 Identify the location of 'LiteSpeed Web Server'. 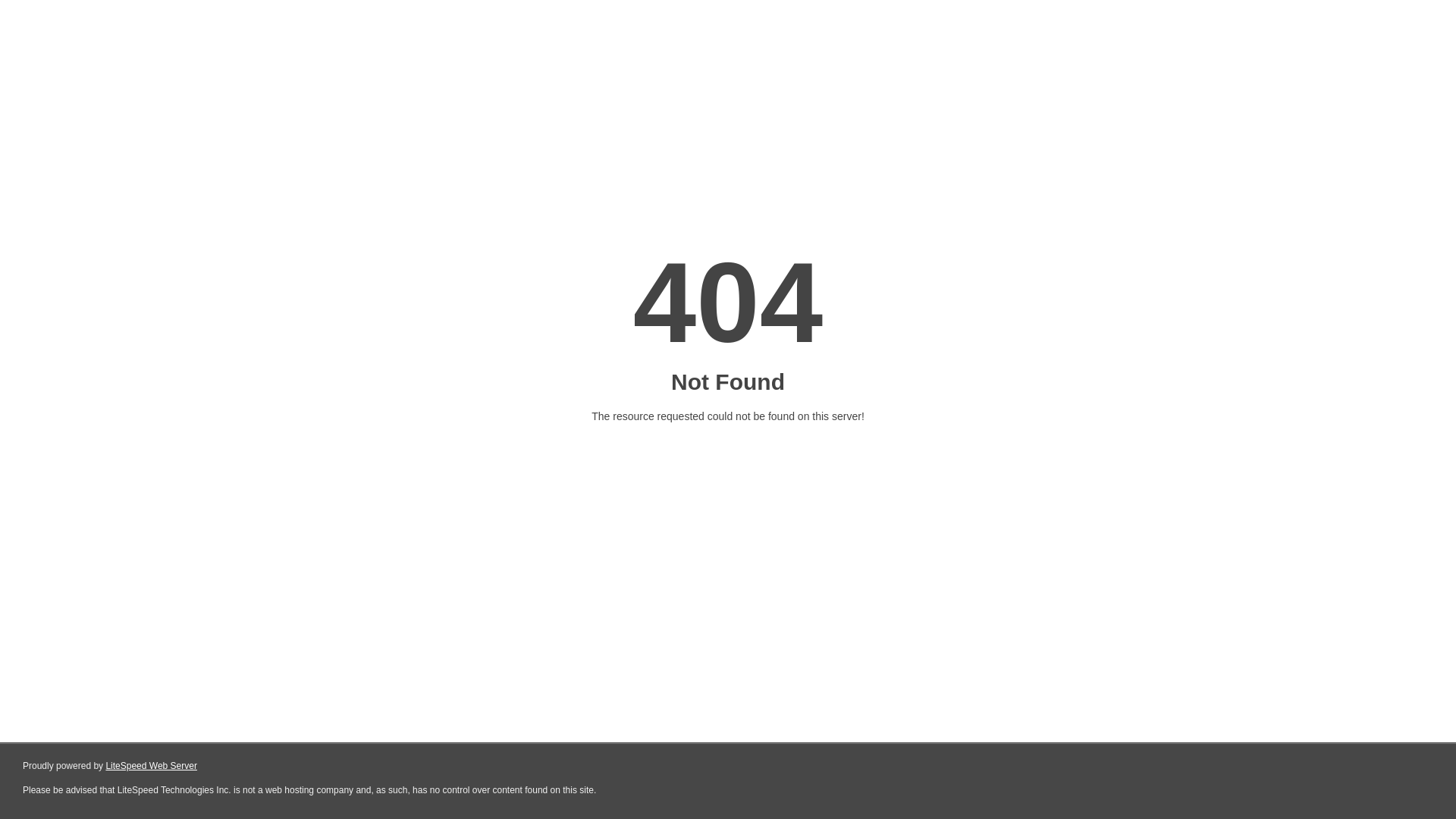
(151, 766).